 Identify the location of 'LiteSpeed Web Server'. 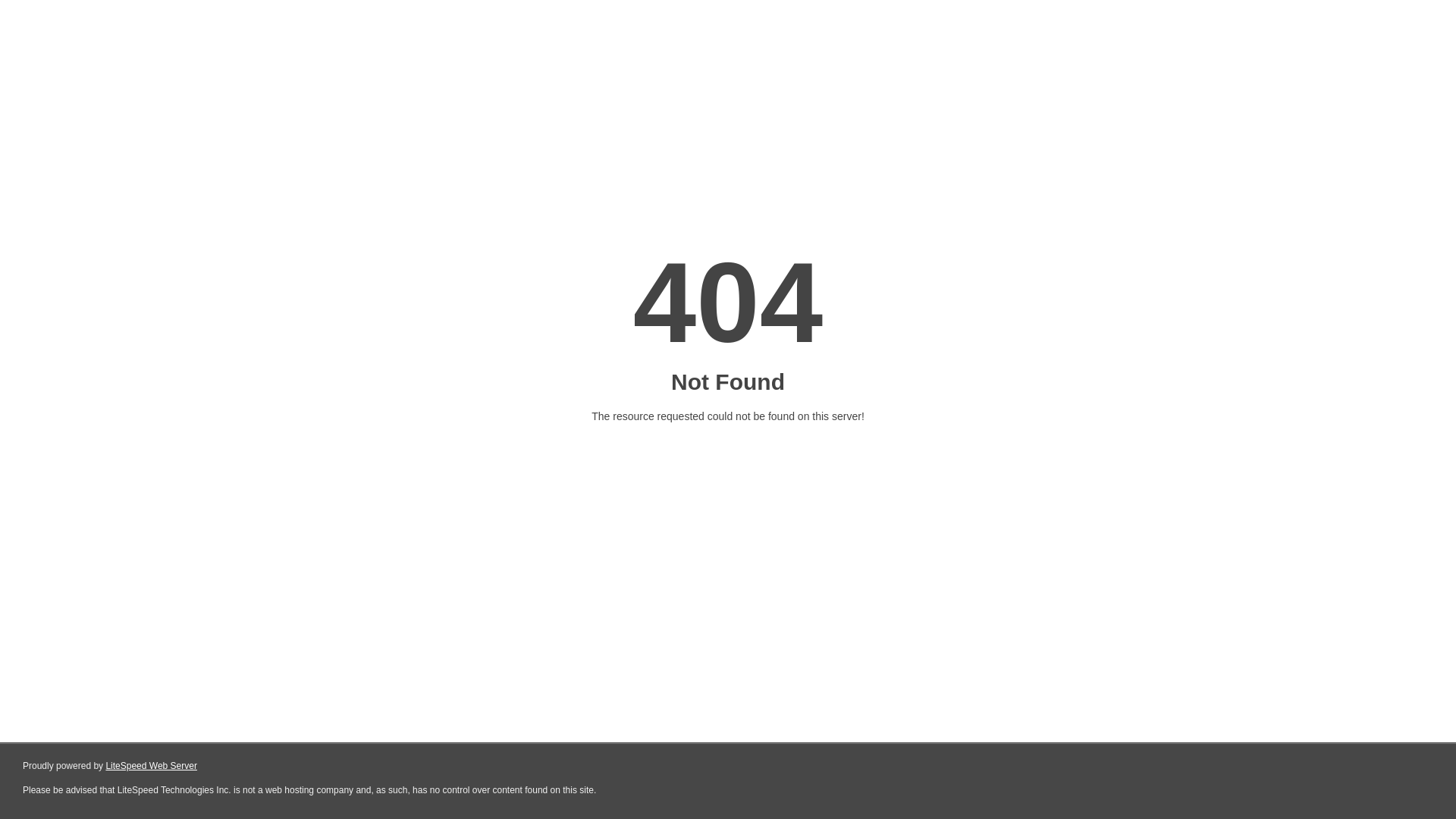
(151, 766).